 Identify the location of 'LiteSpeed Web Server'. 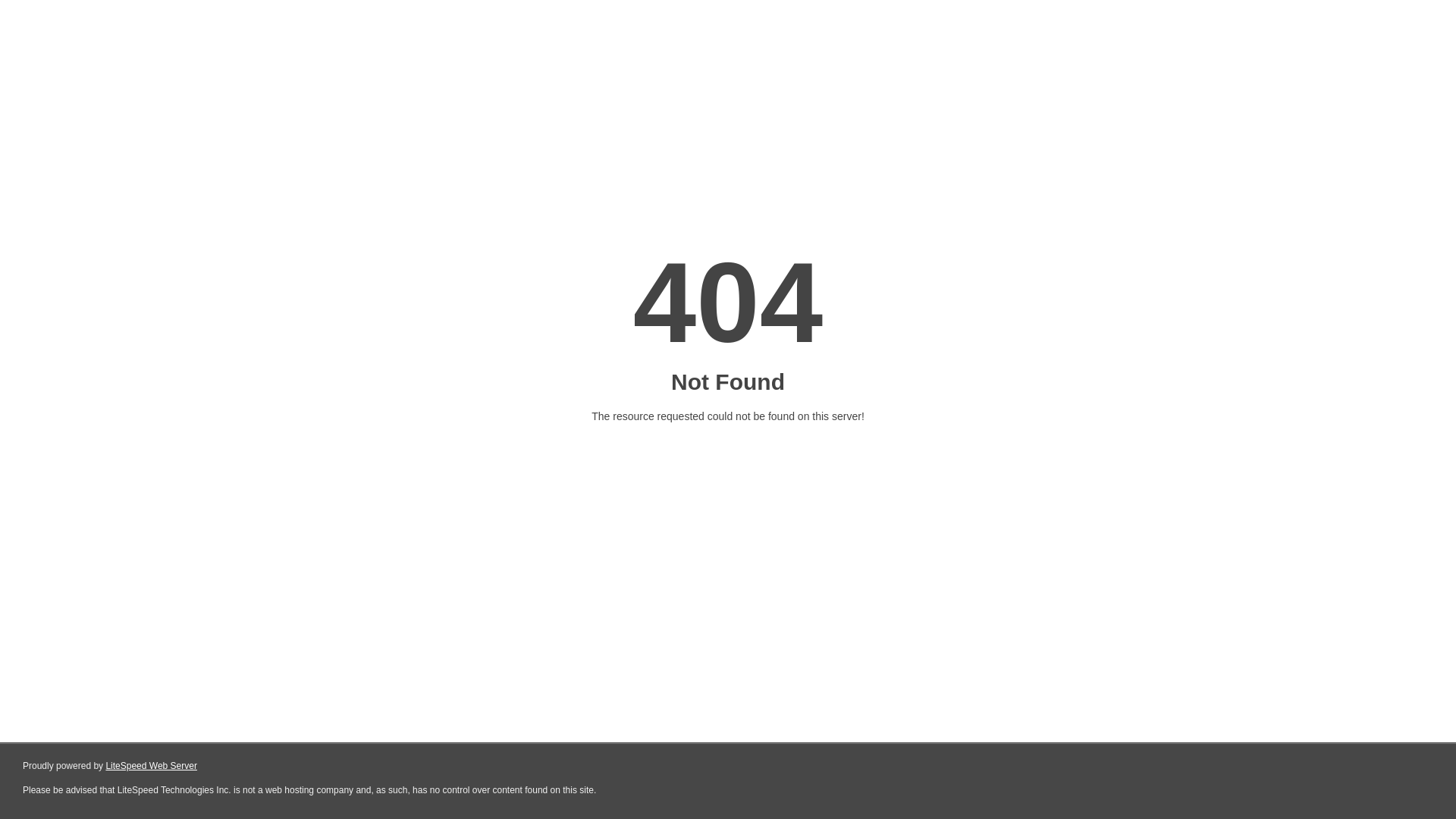
(151, 766).